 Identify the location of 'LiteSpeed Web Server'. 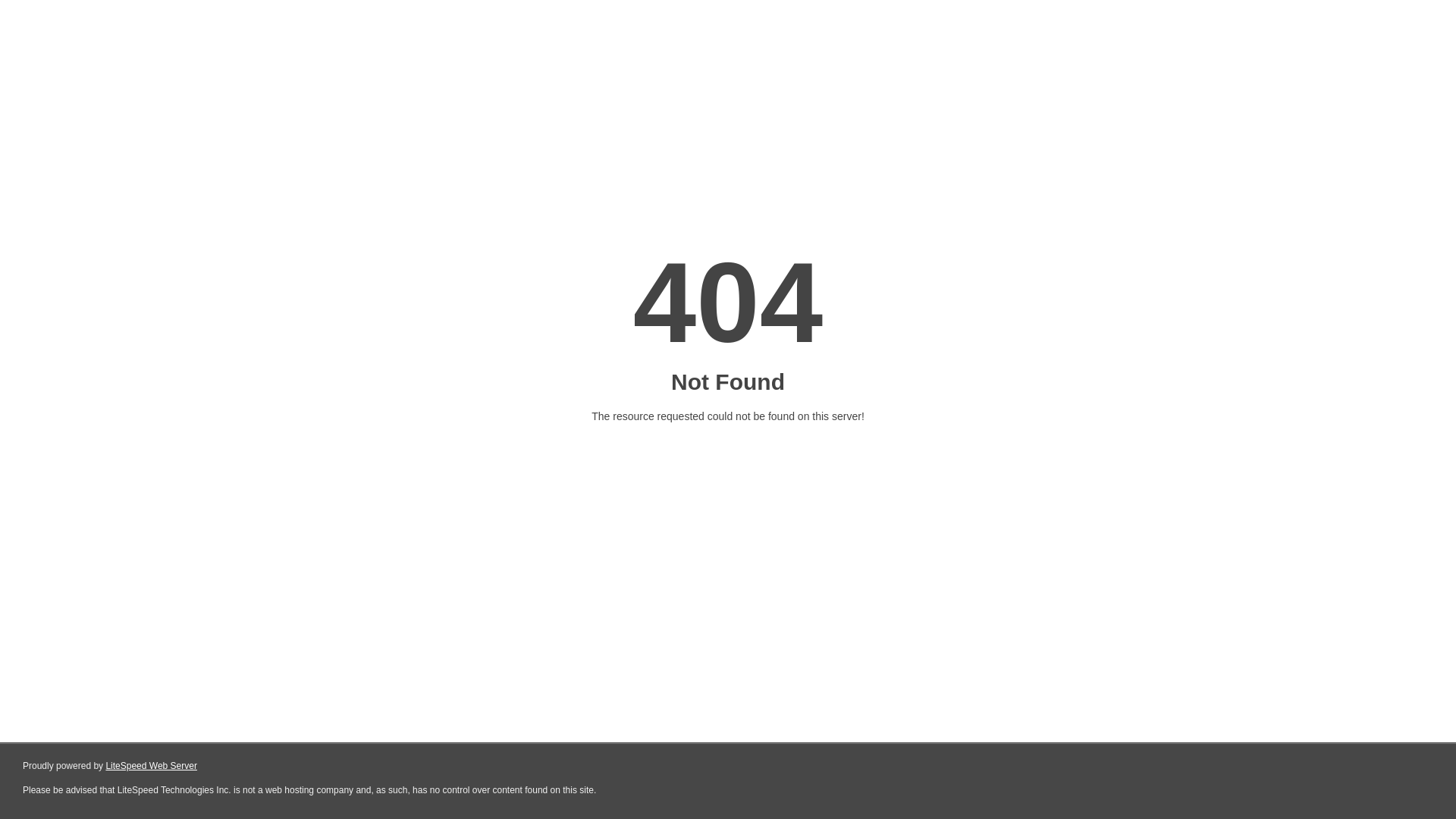
(151, 766).